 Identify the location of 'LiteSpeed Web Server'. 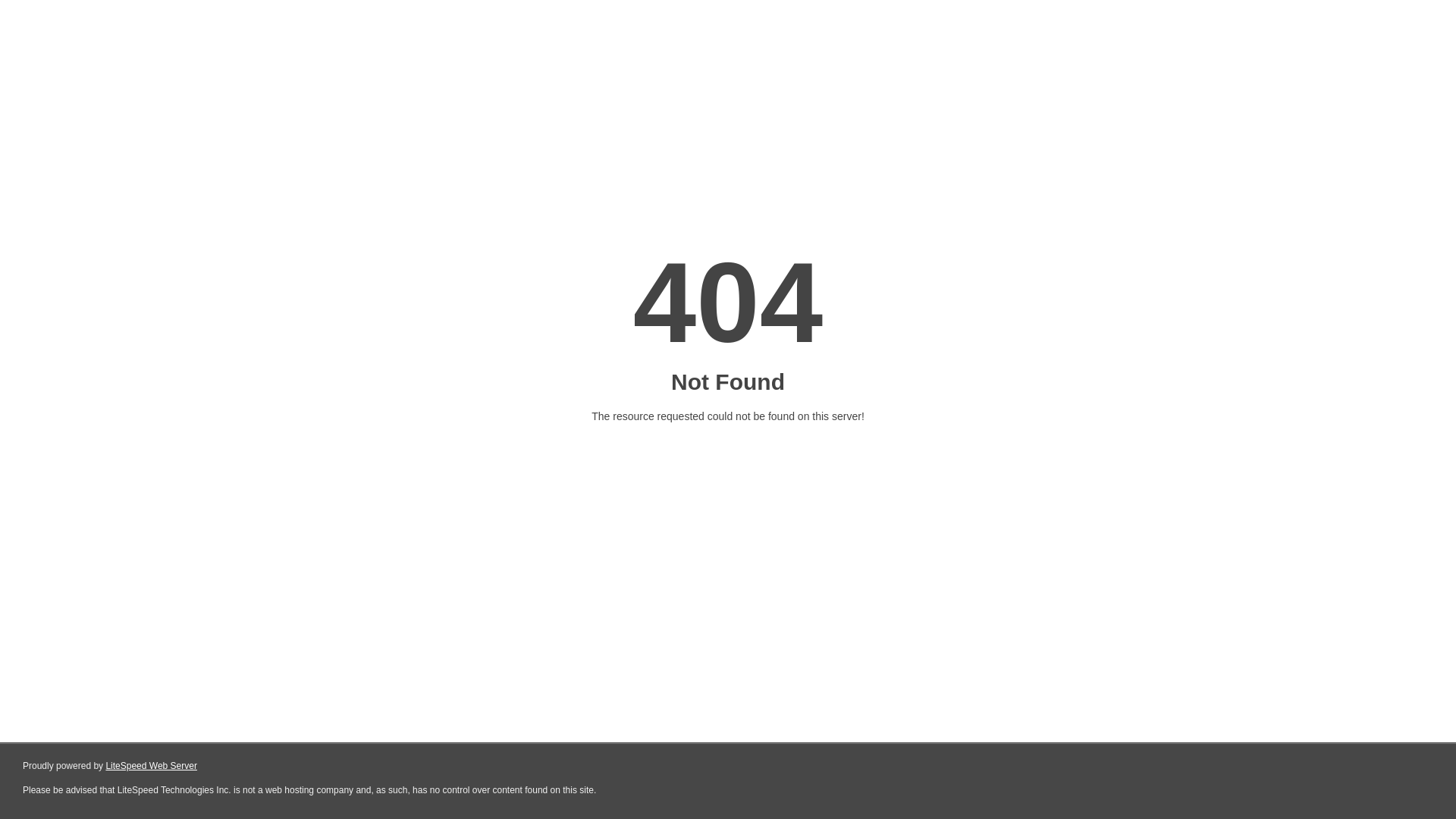
(151, 766).